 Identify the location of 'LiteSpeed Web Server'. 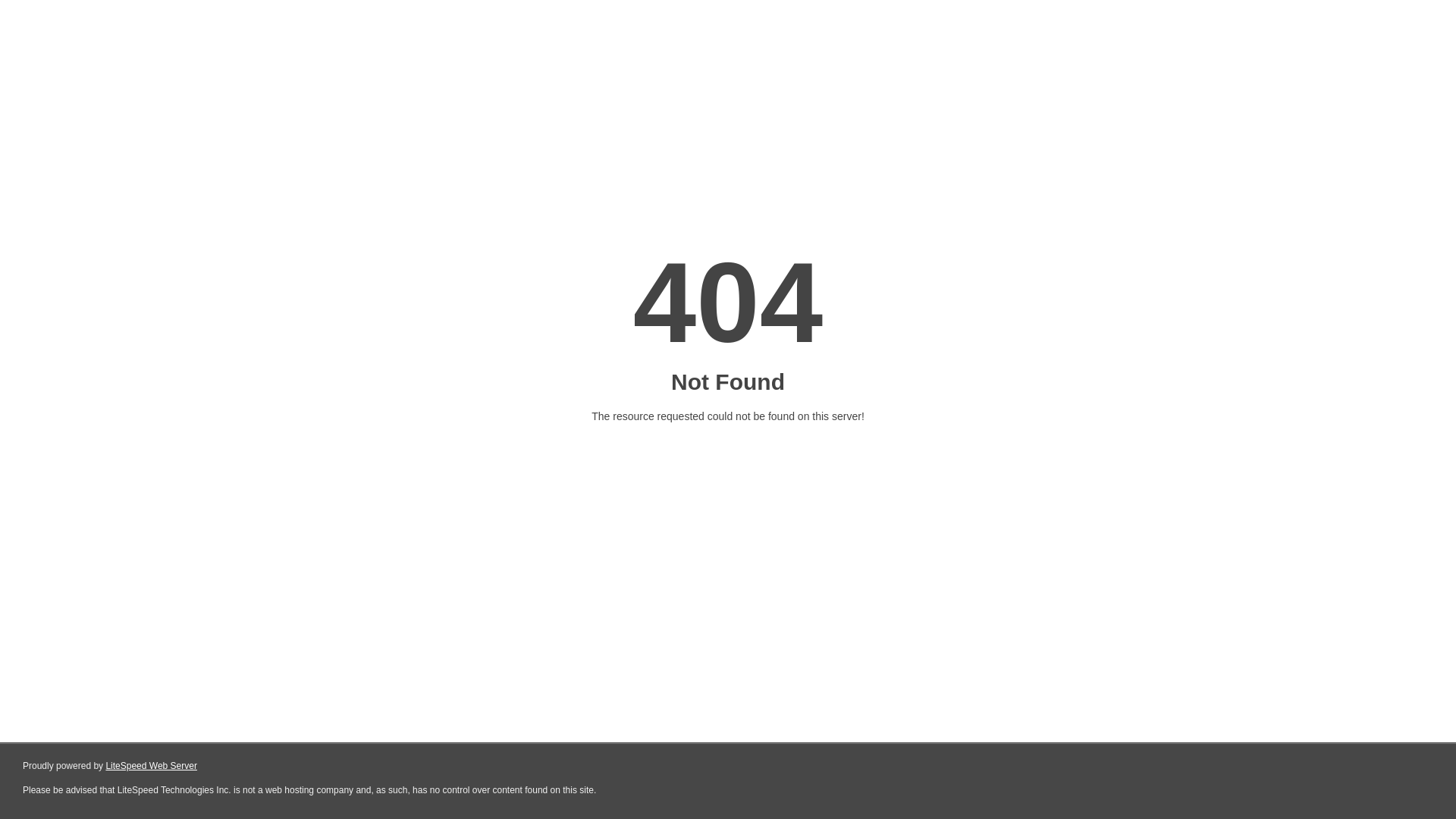
(151, 766).